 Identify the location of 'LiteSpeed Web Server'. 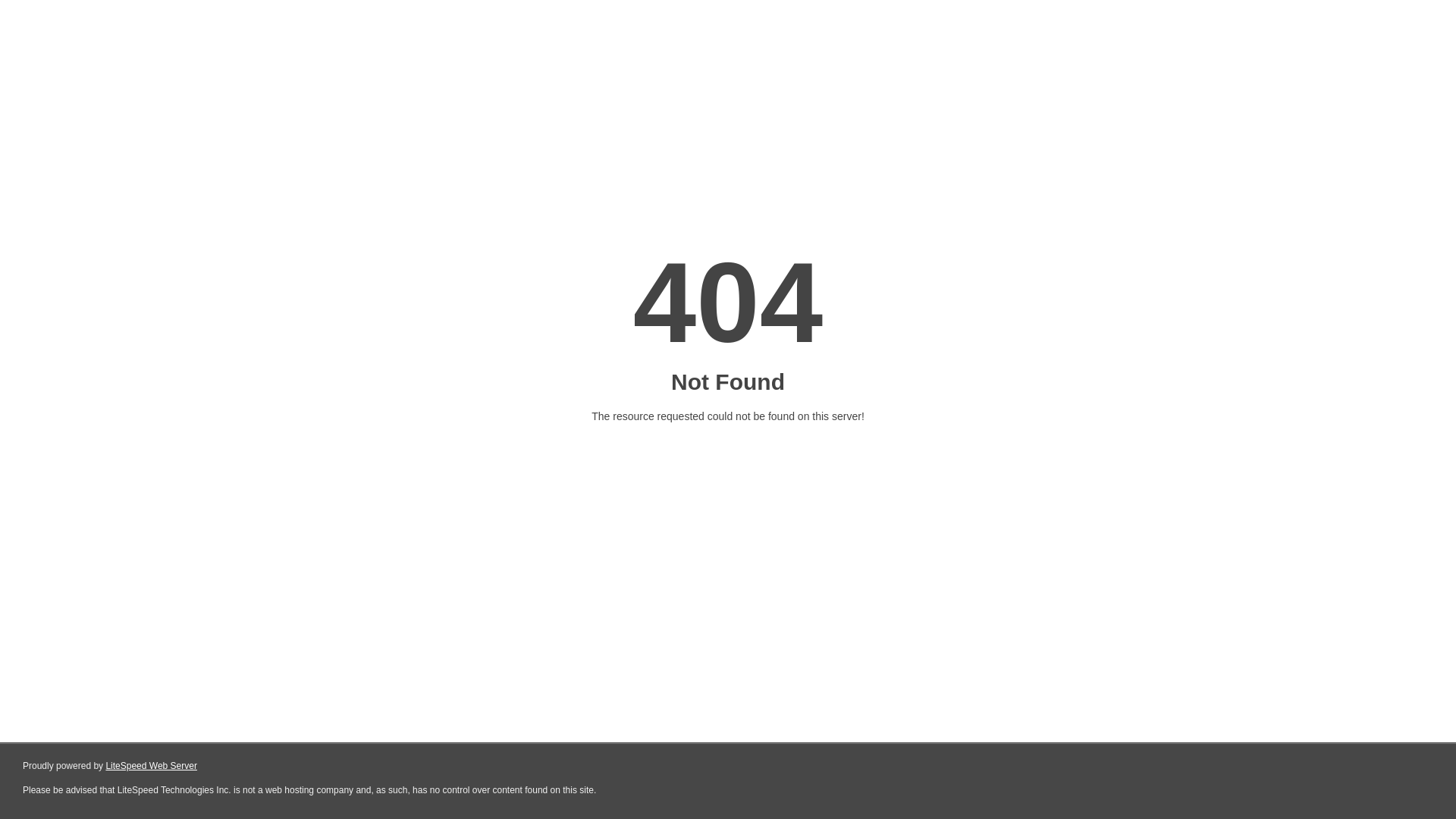
(151, 766).